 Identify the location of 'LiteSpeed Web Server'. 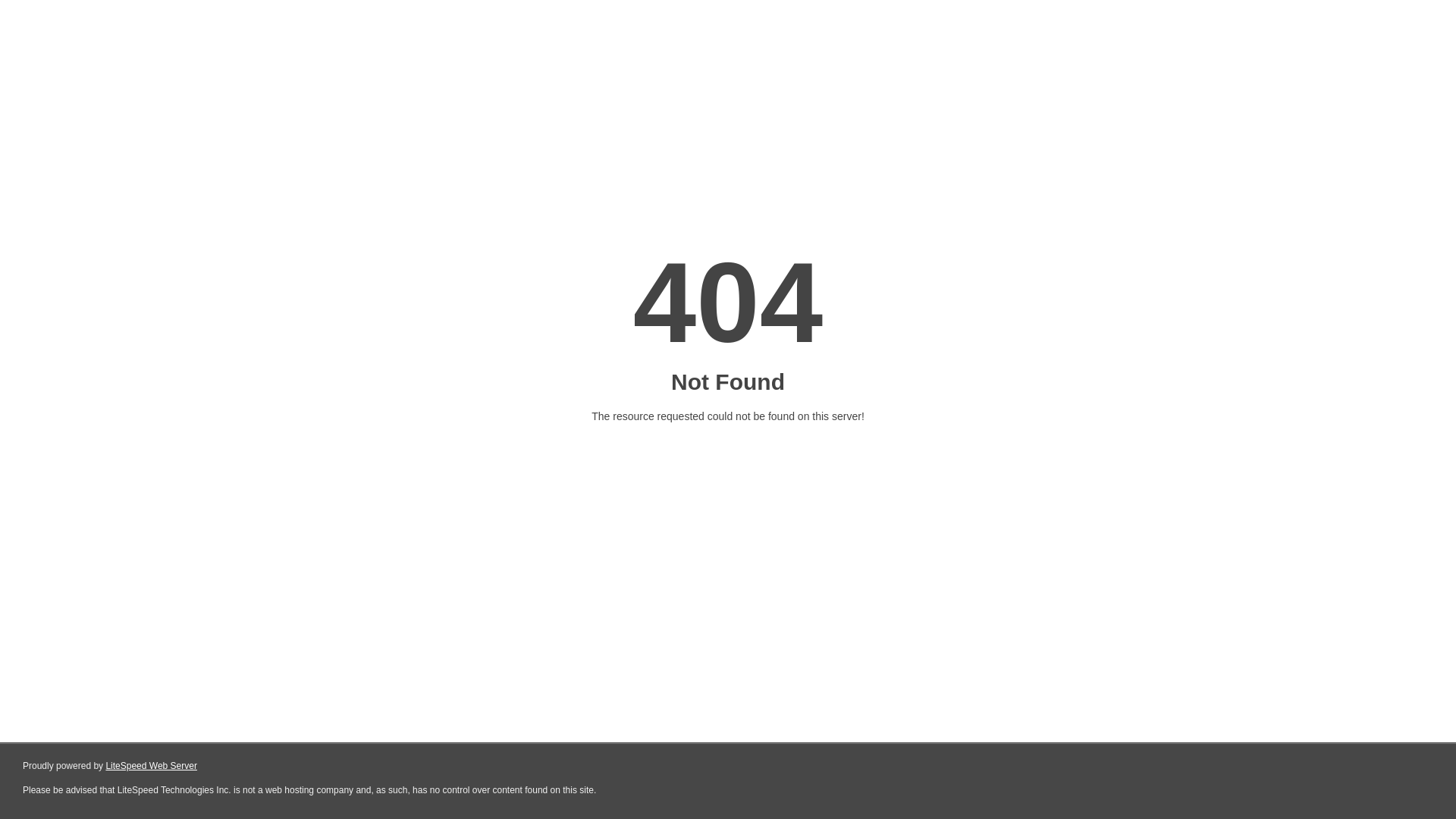
(151, 766).